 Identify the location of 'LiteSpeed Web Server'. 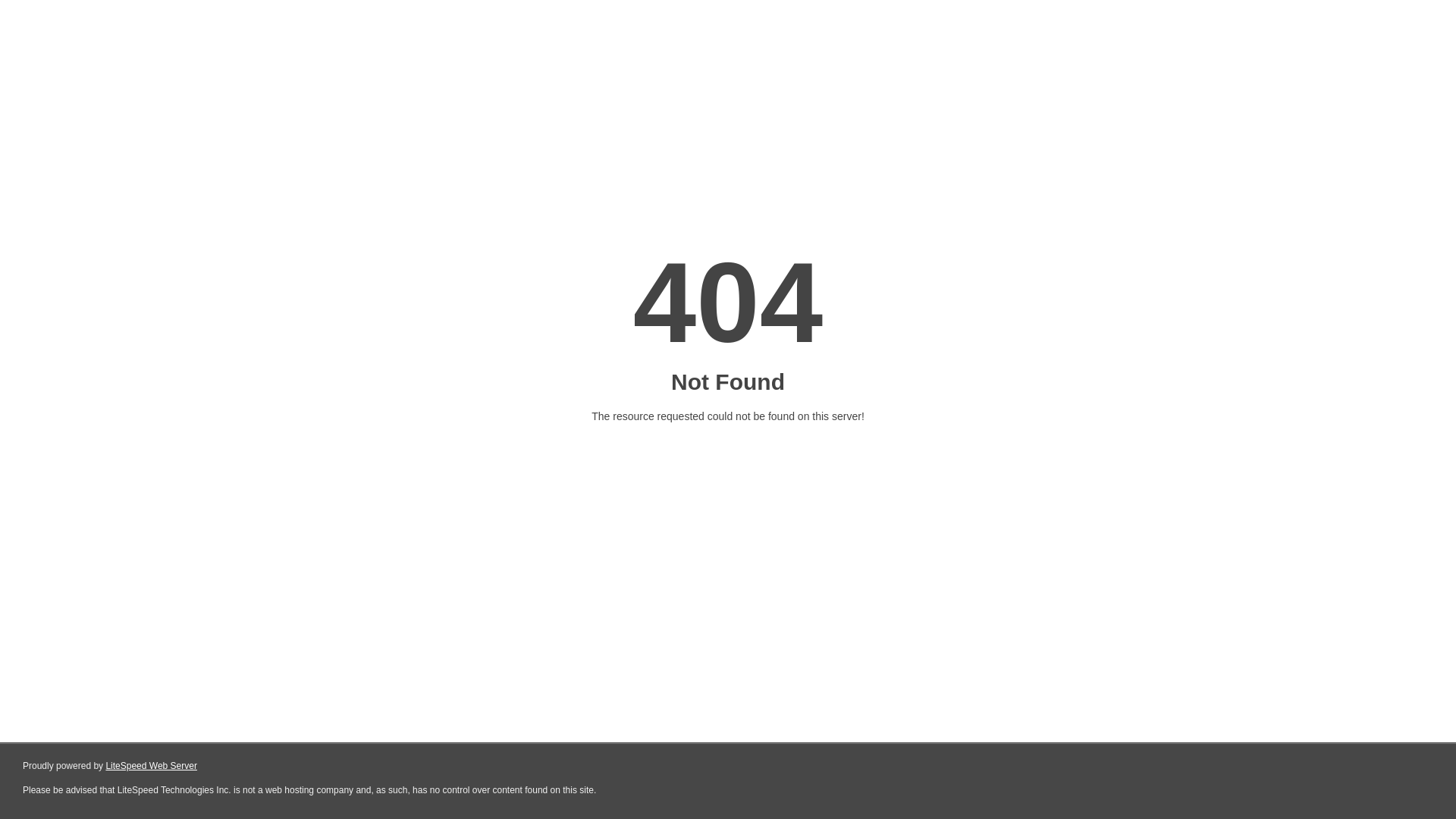
(151, 766).